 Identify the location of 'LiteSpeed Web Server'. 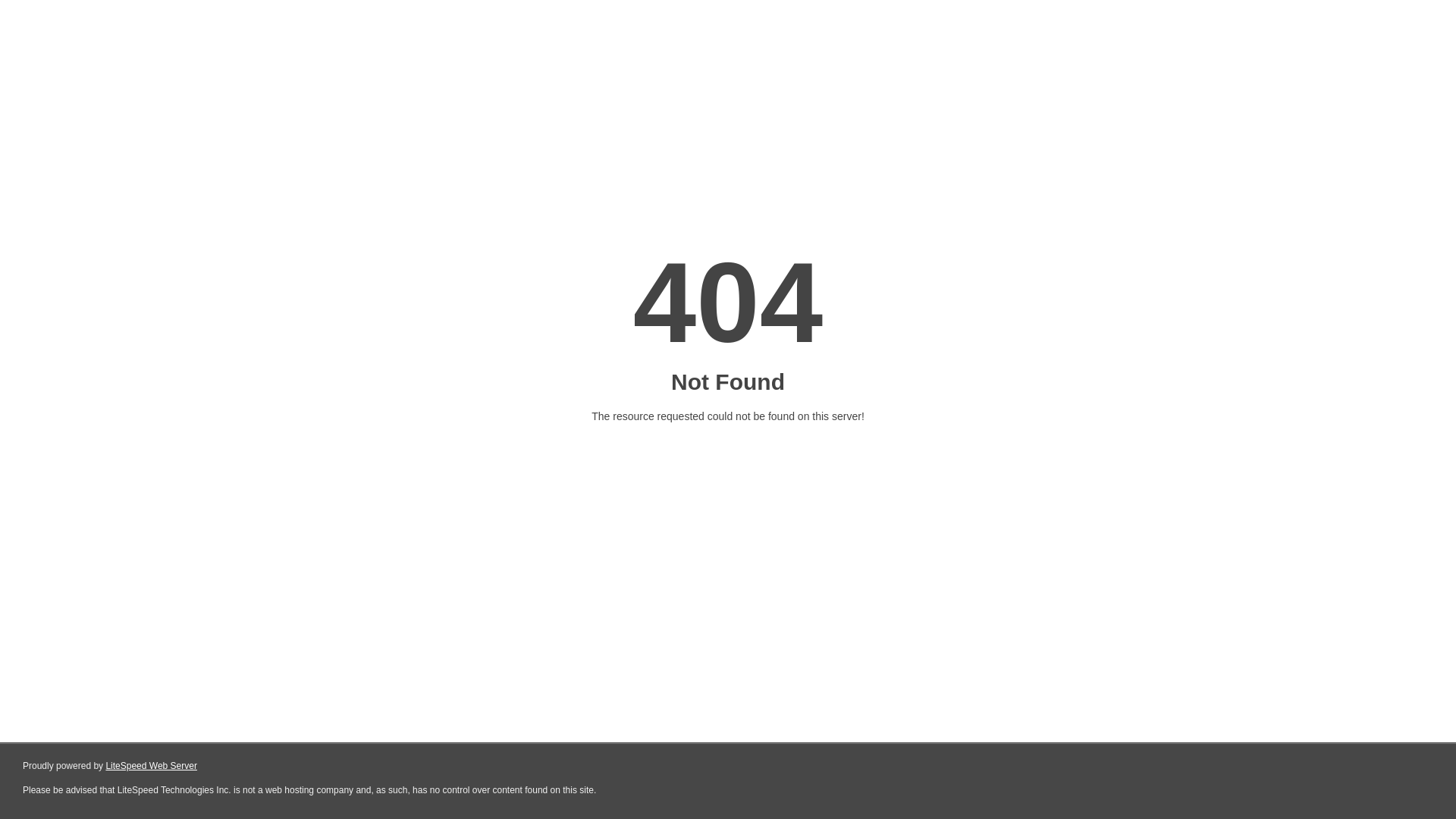
(151, 766).